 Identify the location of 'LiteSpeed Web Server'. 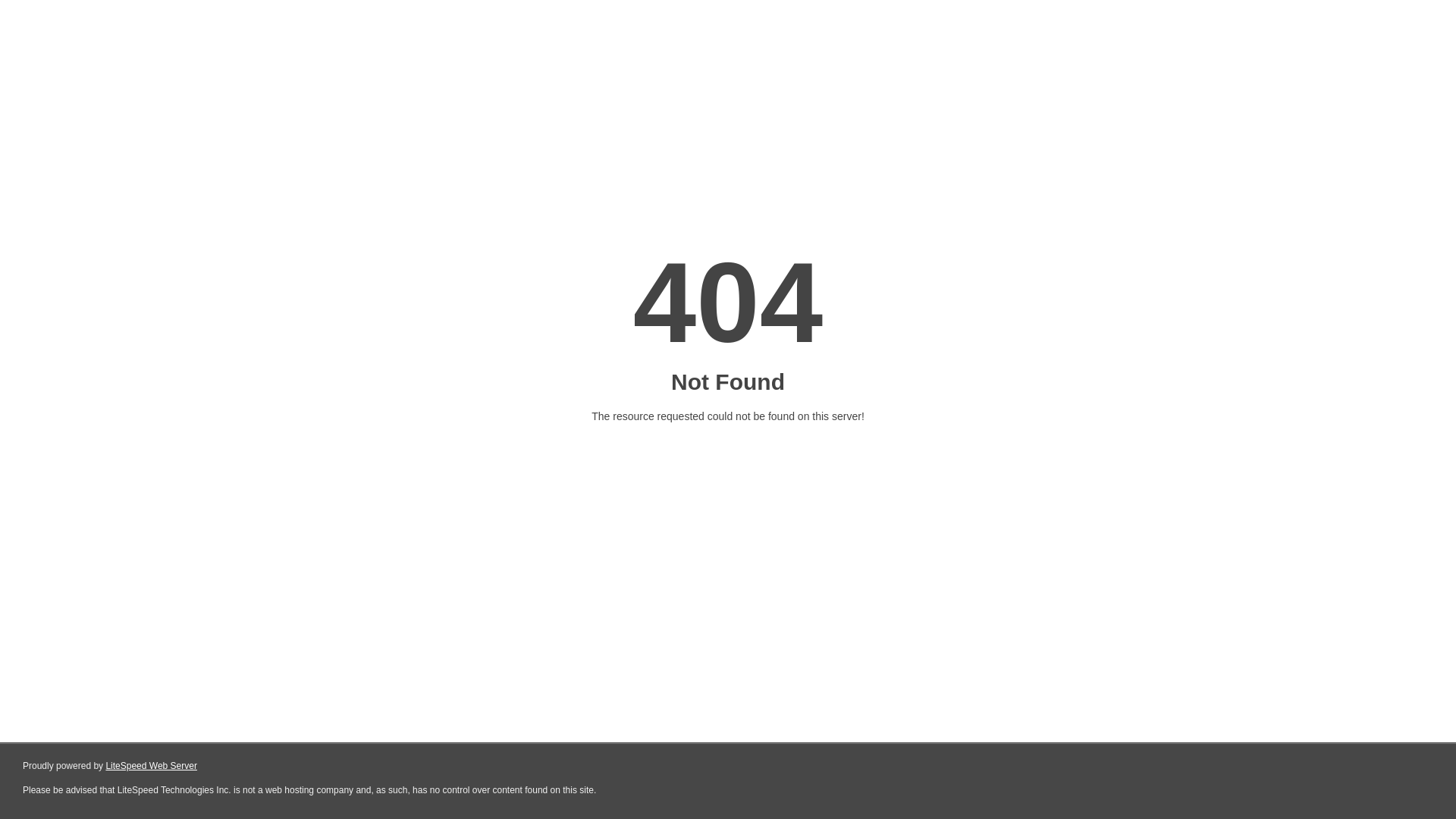
(151, 766).